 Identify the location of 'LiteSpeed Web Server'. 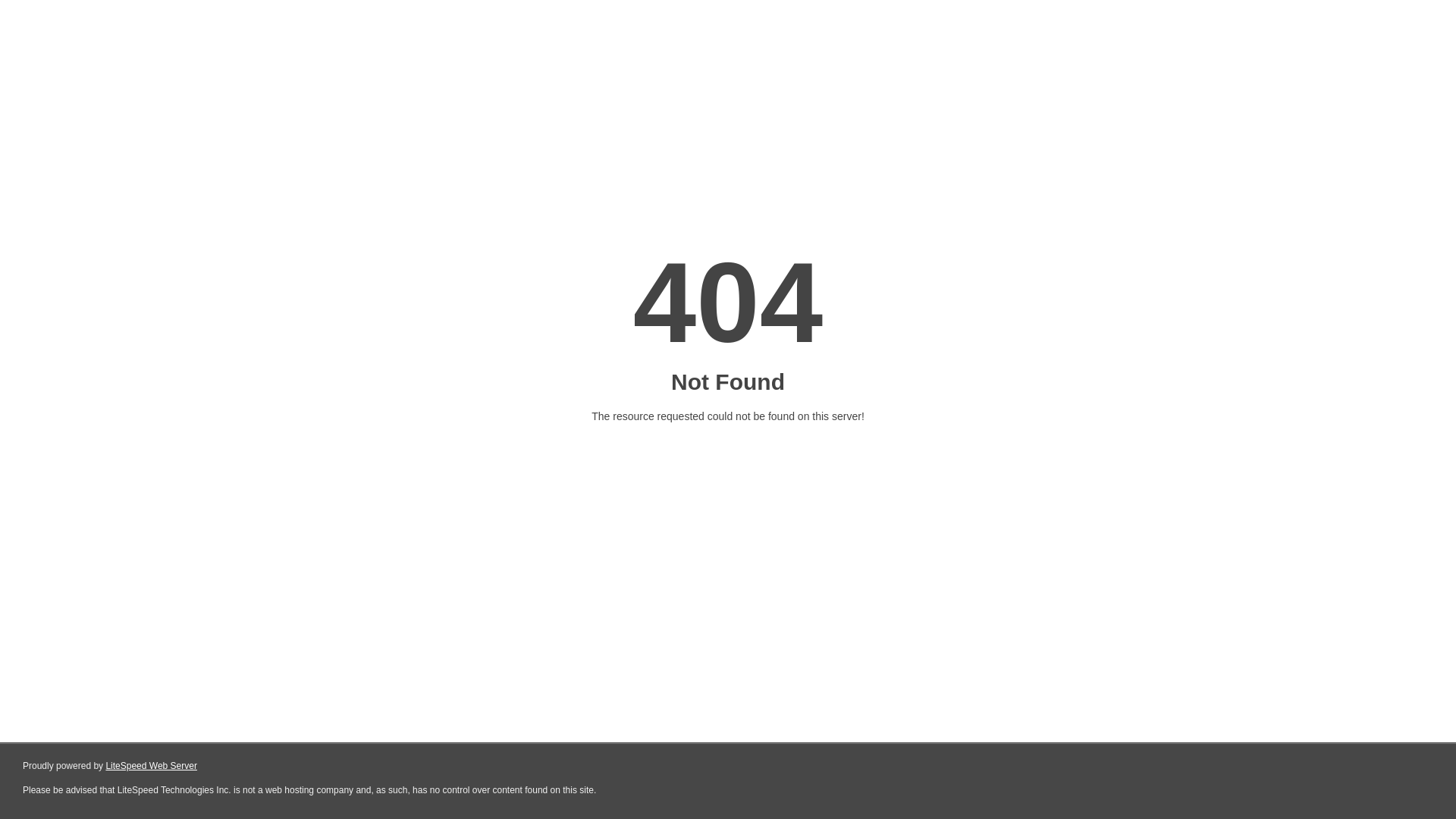
(151, 766).